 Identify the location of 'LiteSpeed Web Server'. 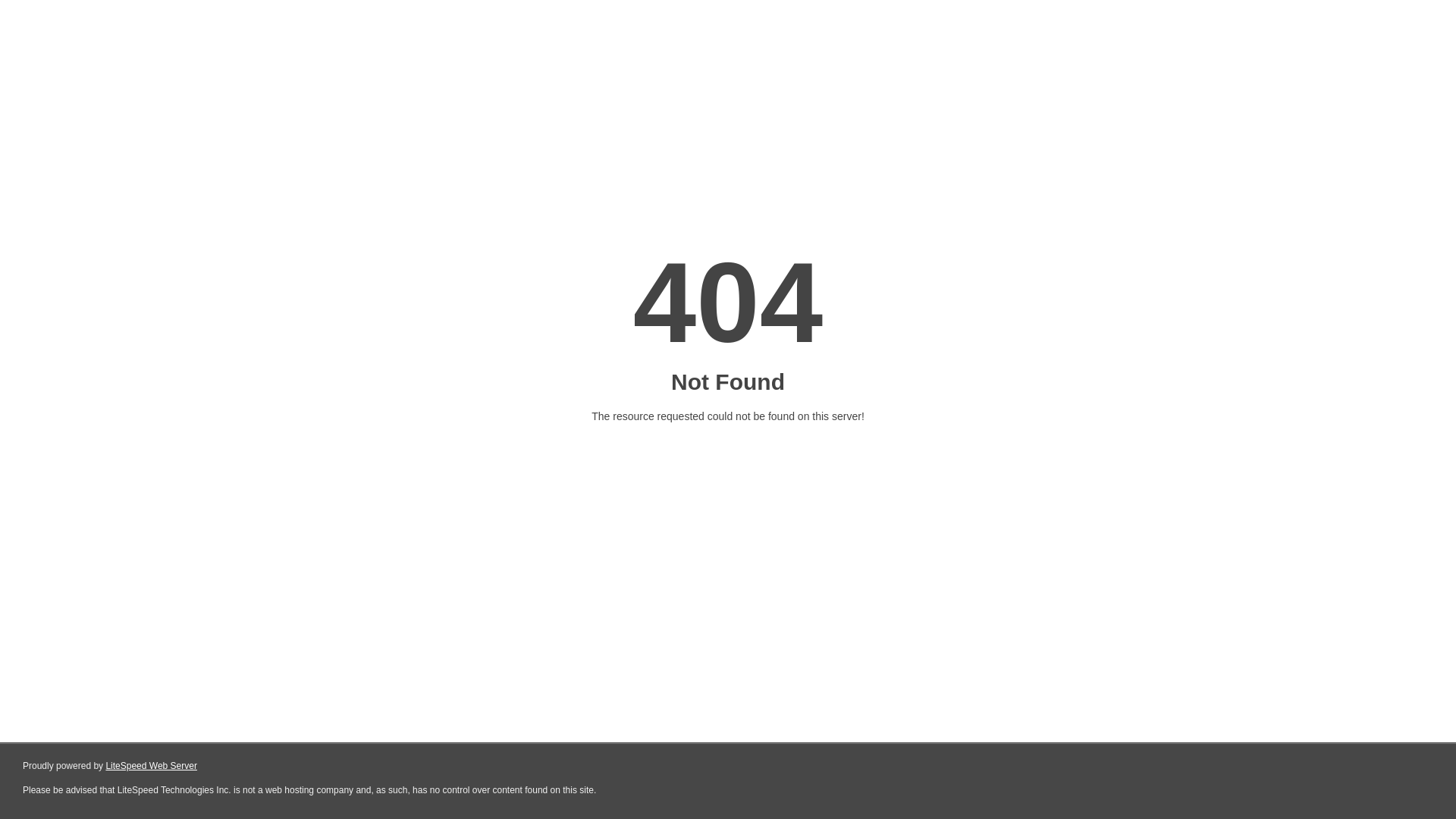
(151, 766).